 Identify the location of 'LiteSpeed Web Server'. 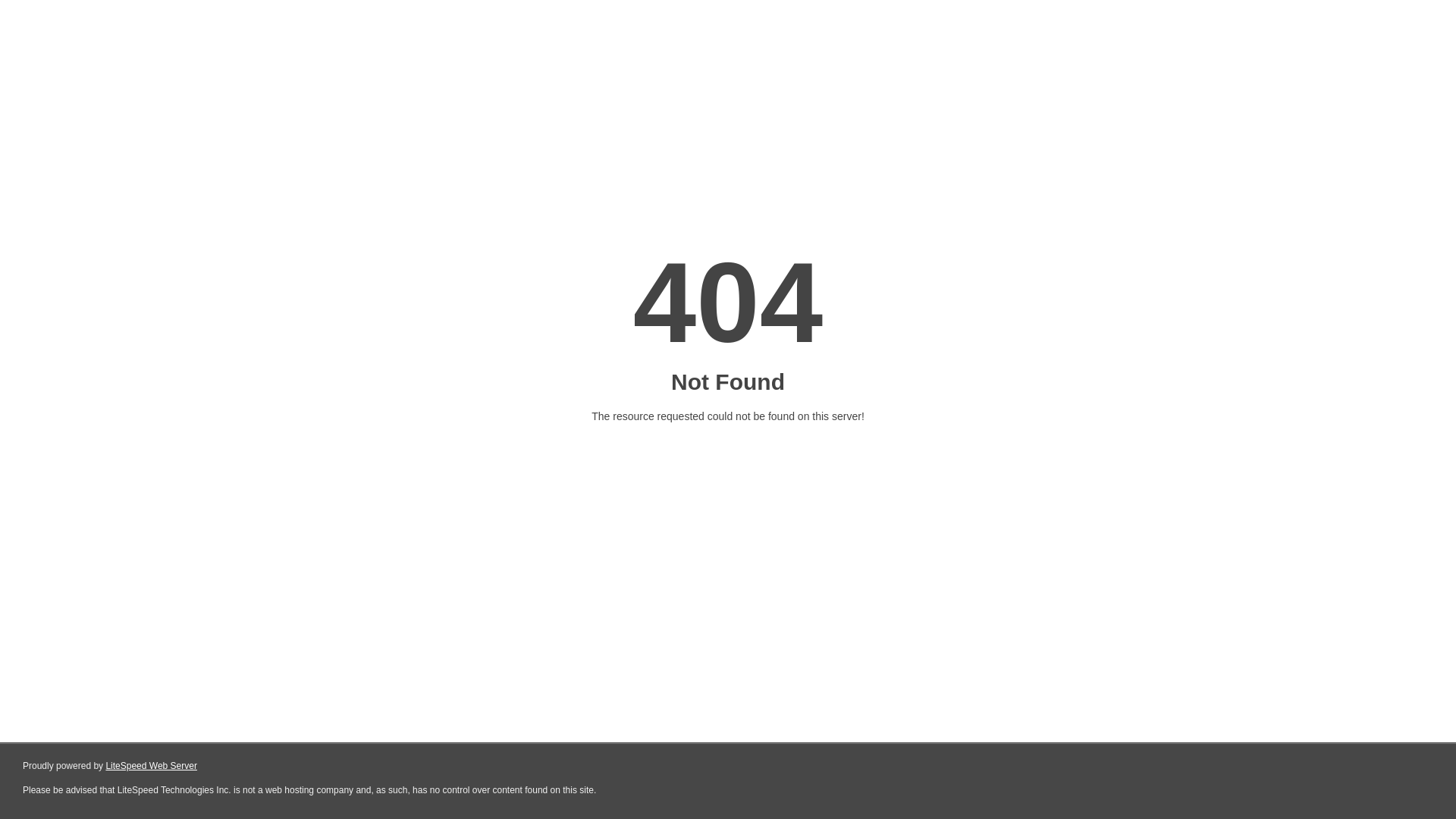
(151, 766).